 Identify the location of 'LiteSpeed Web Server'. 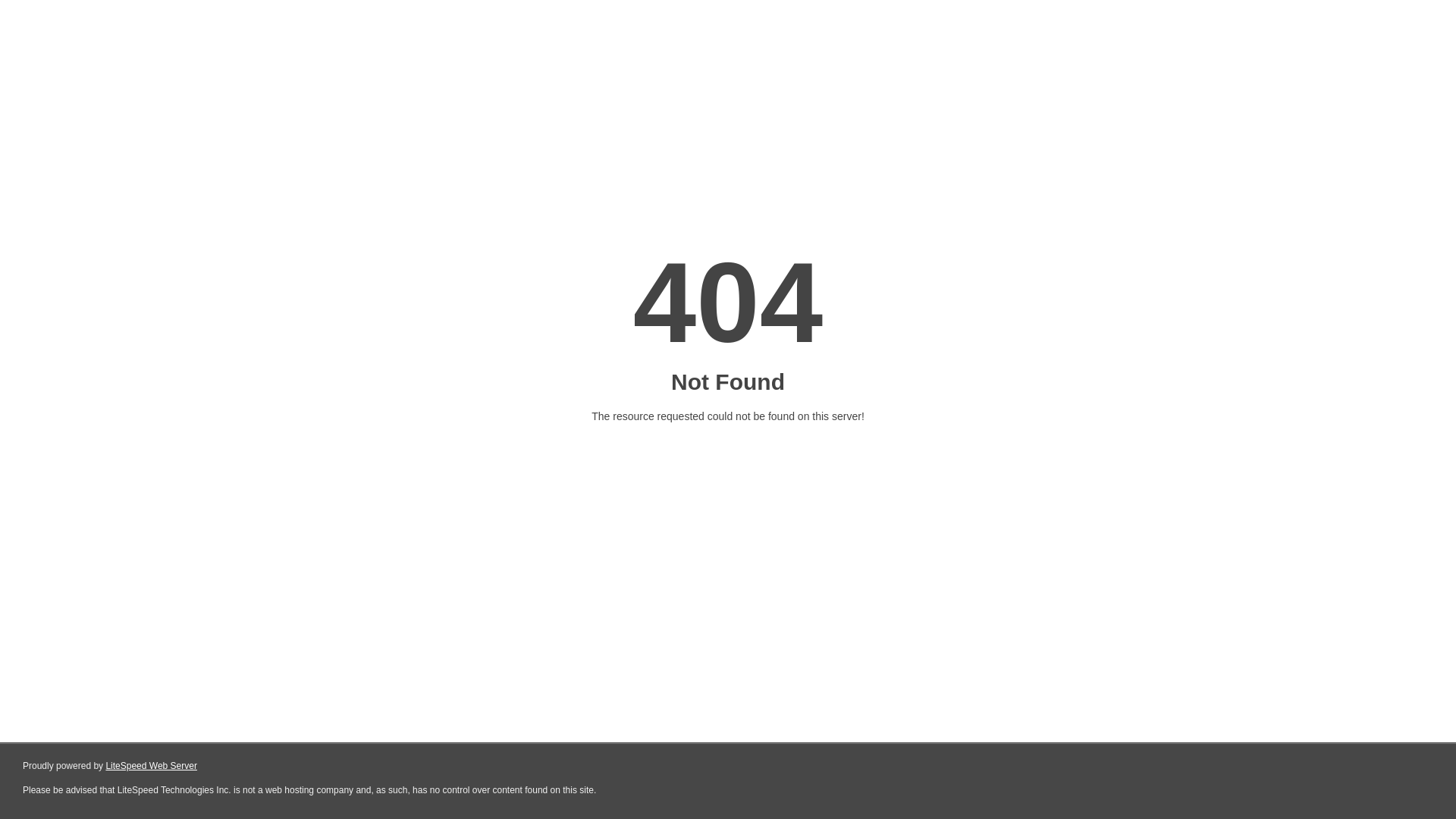
(151, 766).